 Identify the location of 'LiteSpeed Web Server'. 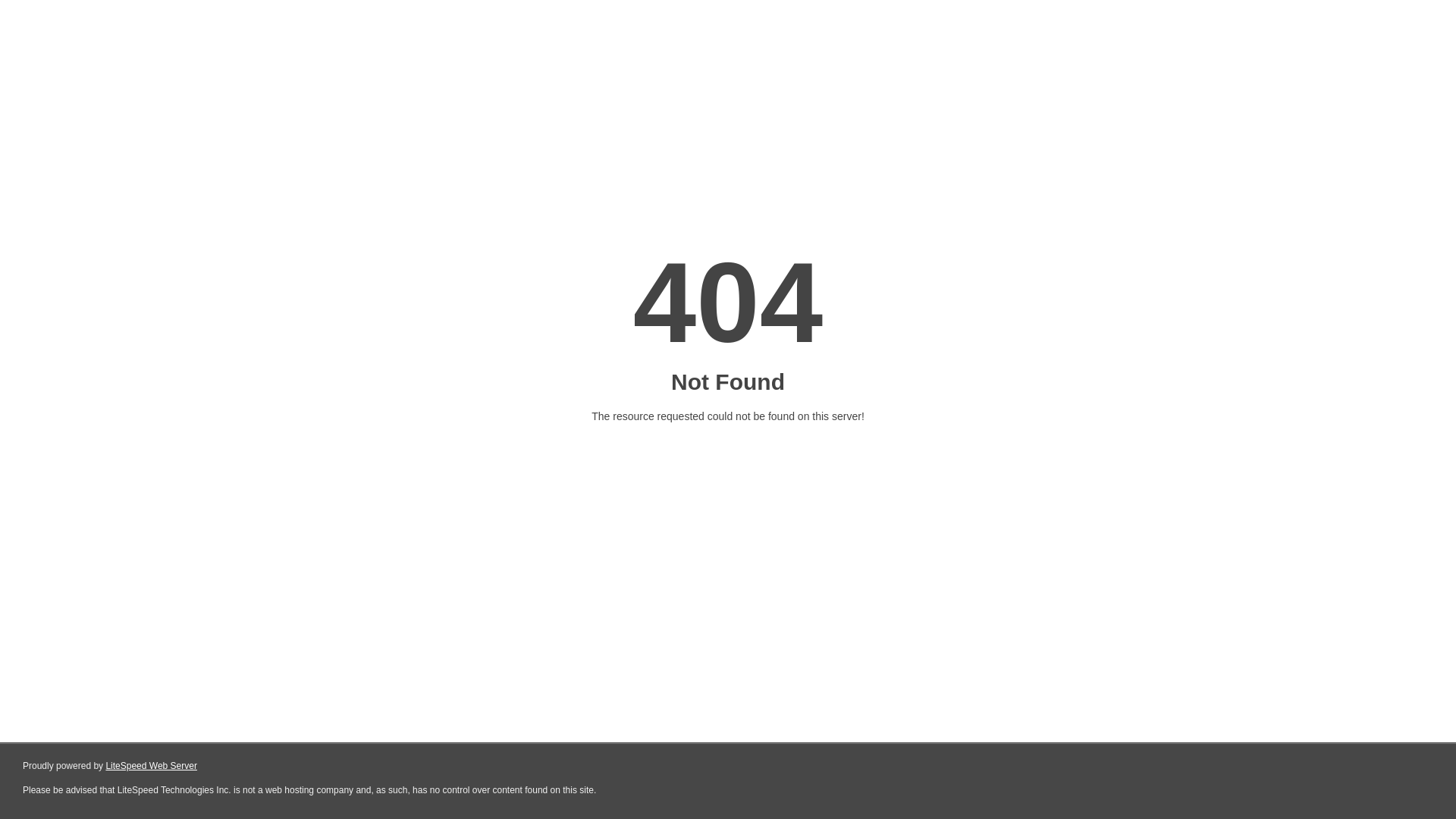
(151, 766).